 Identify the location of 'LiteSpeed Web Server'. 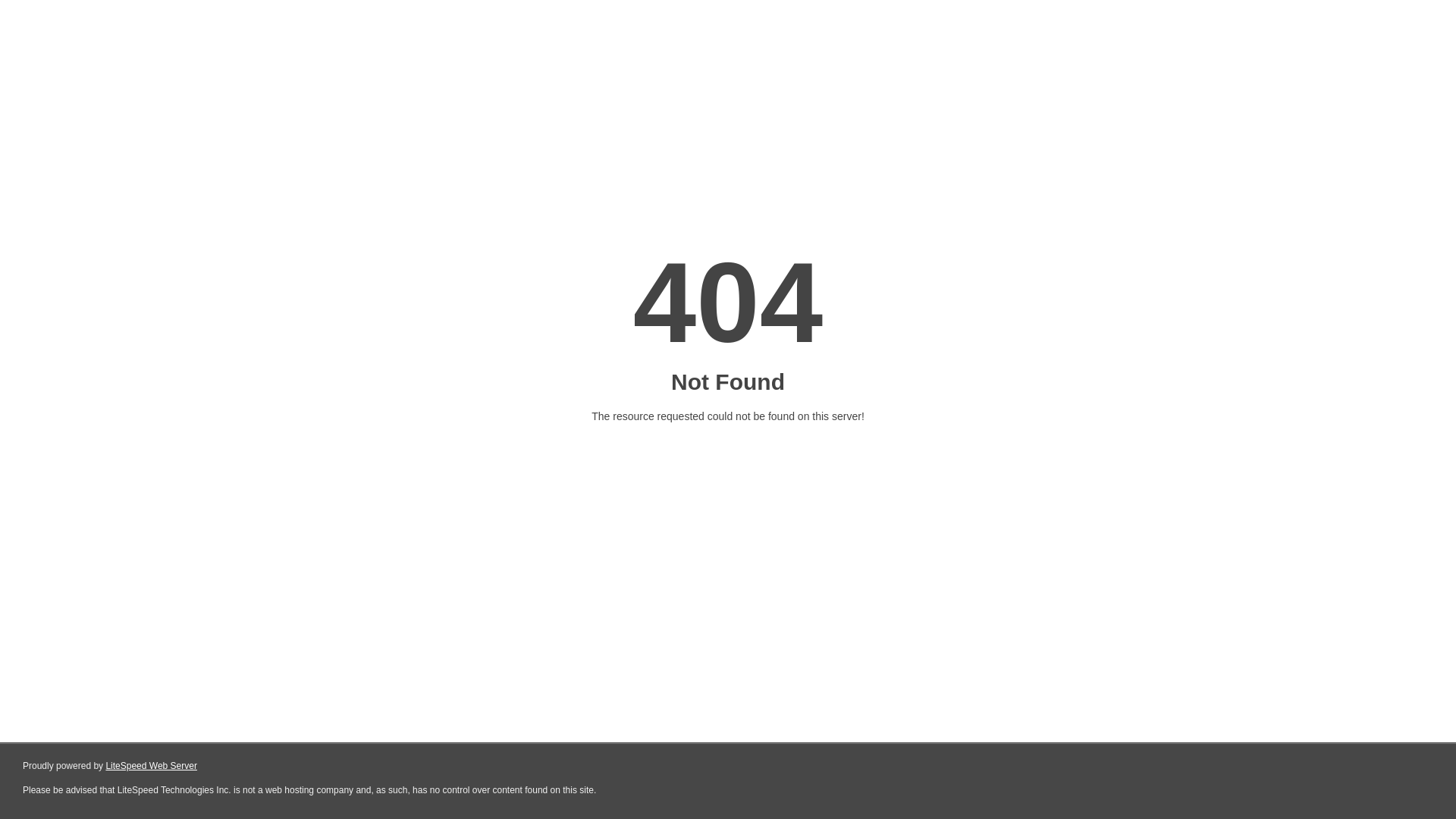
(151, 766).